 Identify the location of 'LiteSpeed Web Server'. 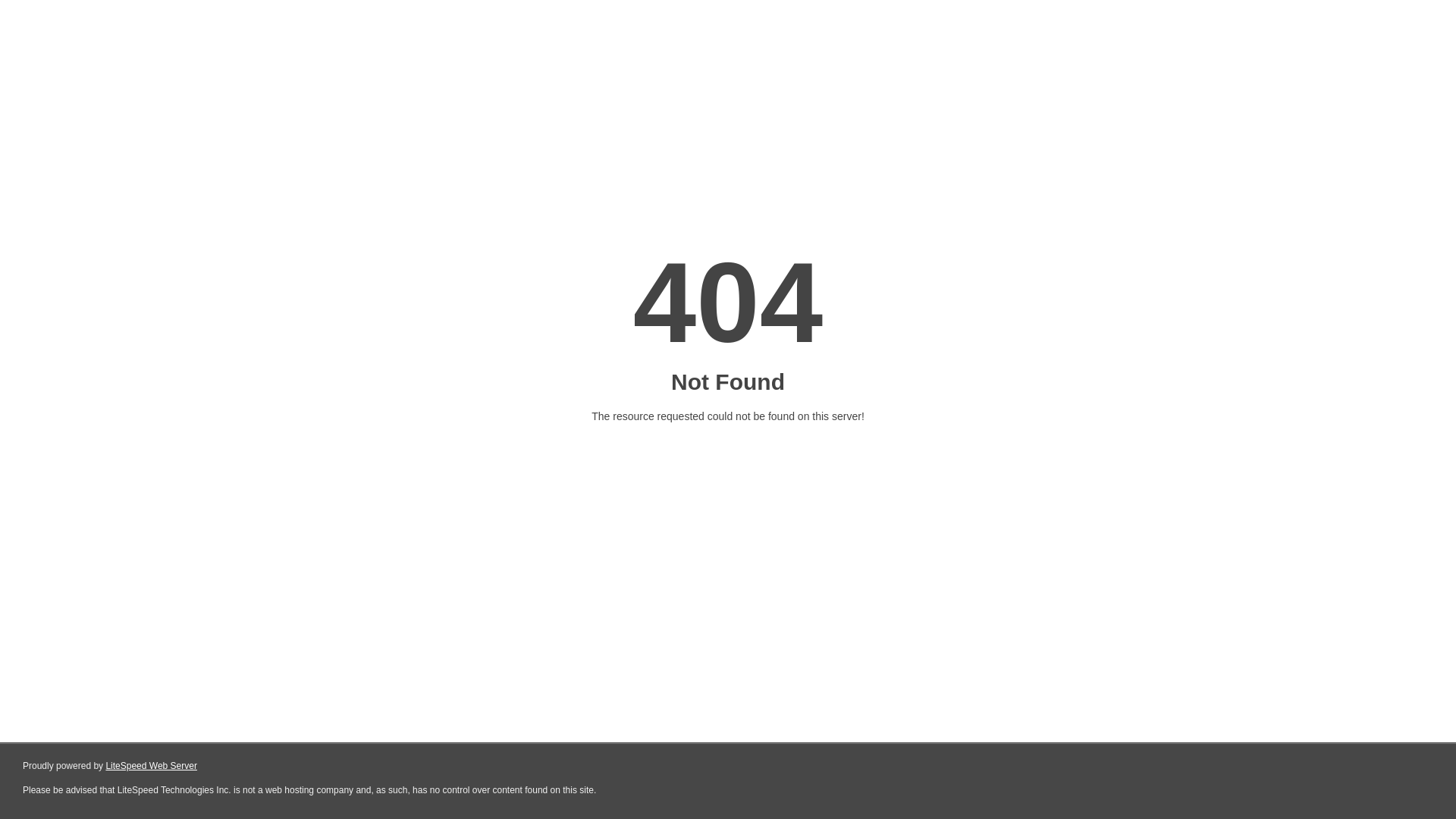
(151, 766).